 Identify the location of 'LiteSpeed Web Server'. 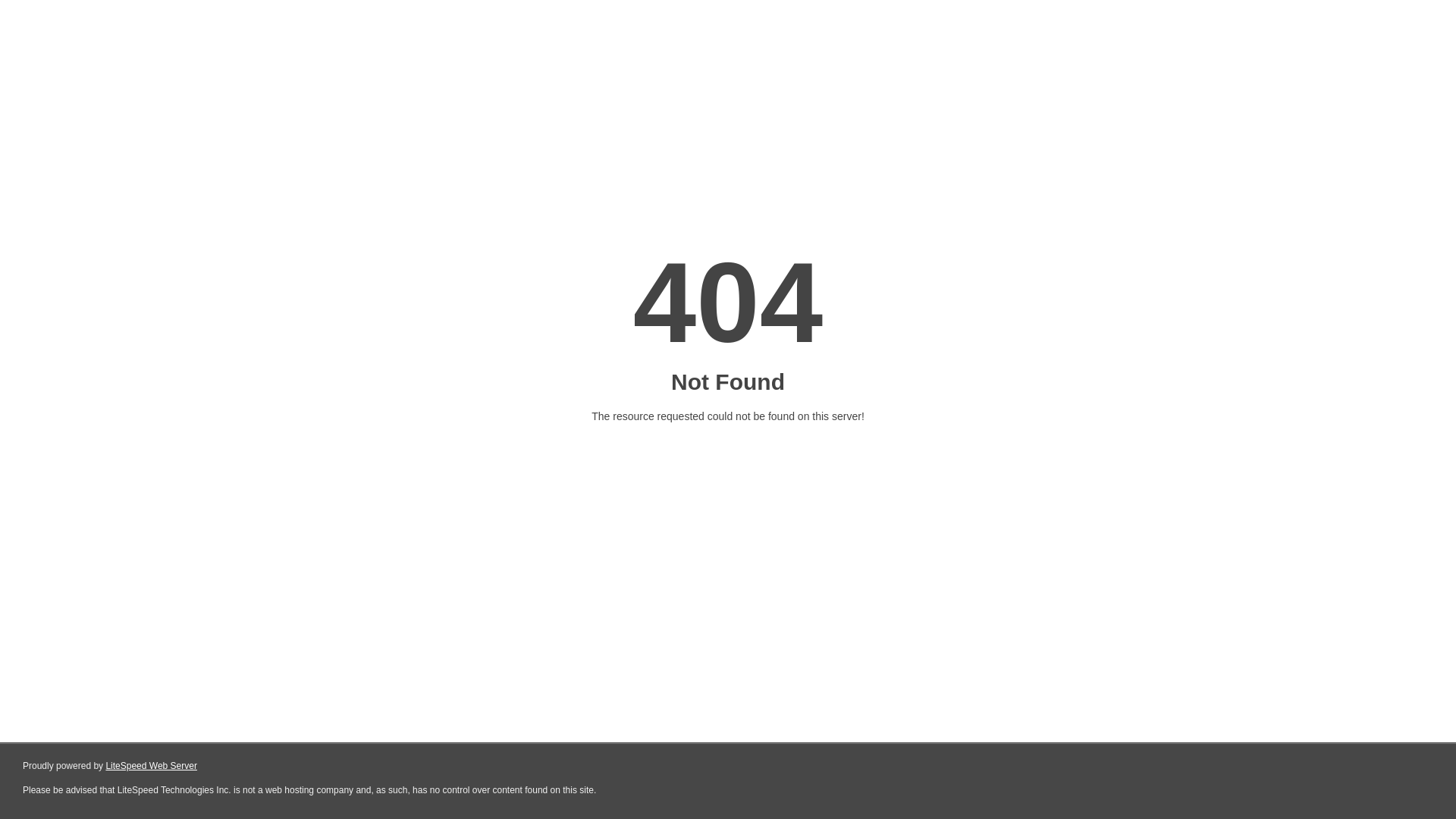
(151, 766).